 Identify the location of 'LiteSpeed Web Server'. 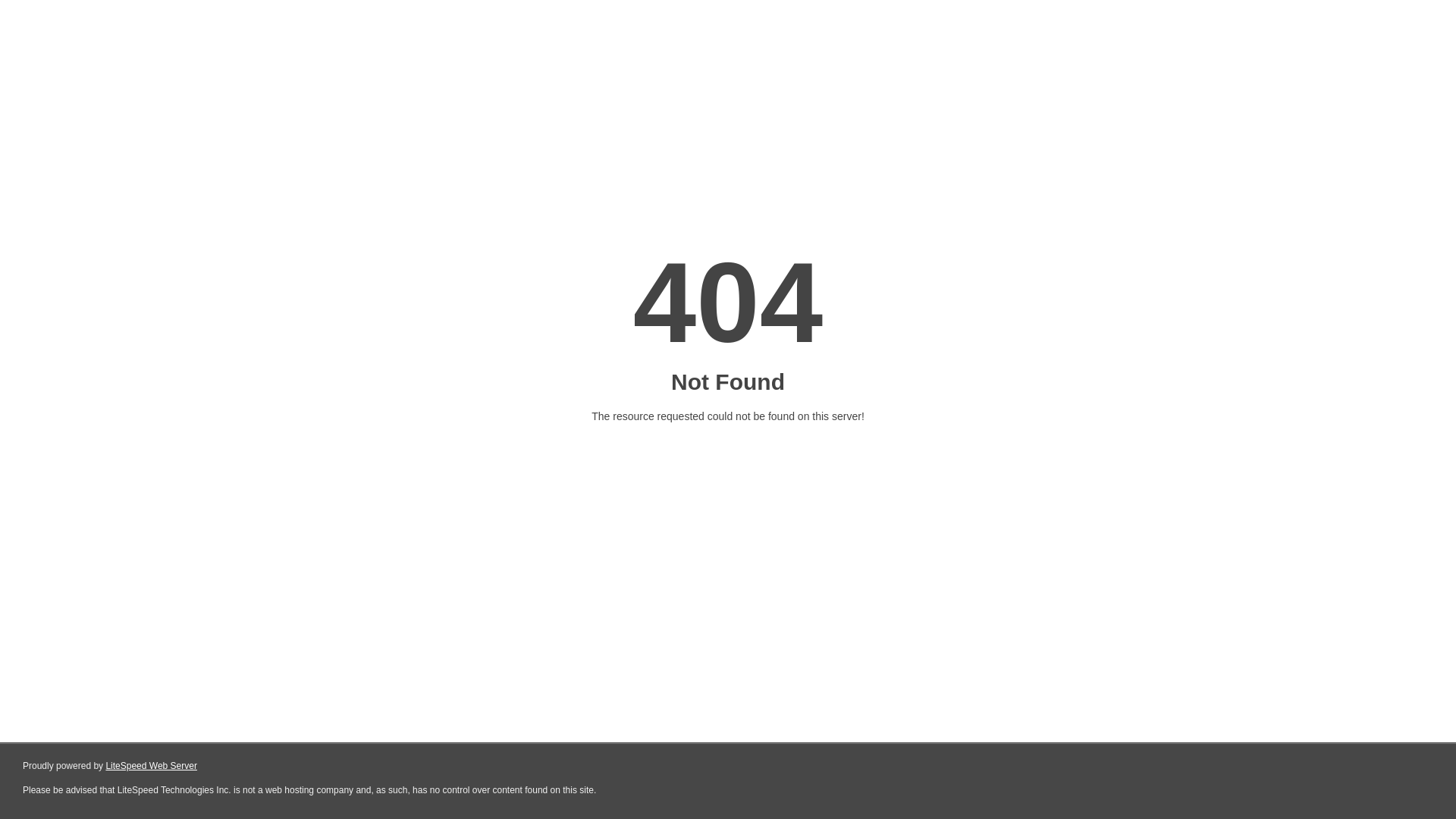
(151, 766).